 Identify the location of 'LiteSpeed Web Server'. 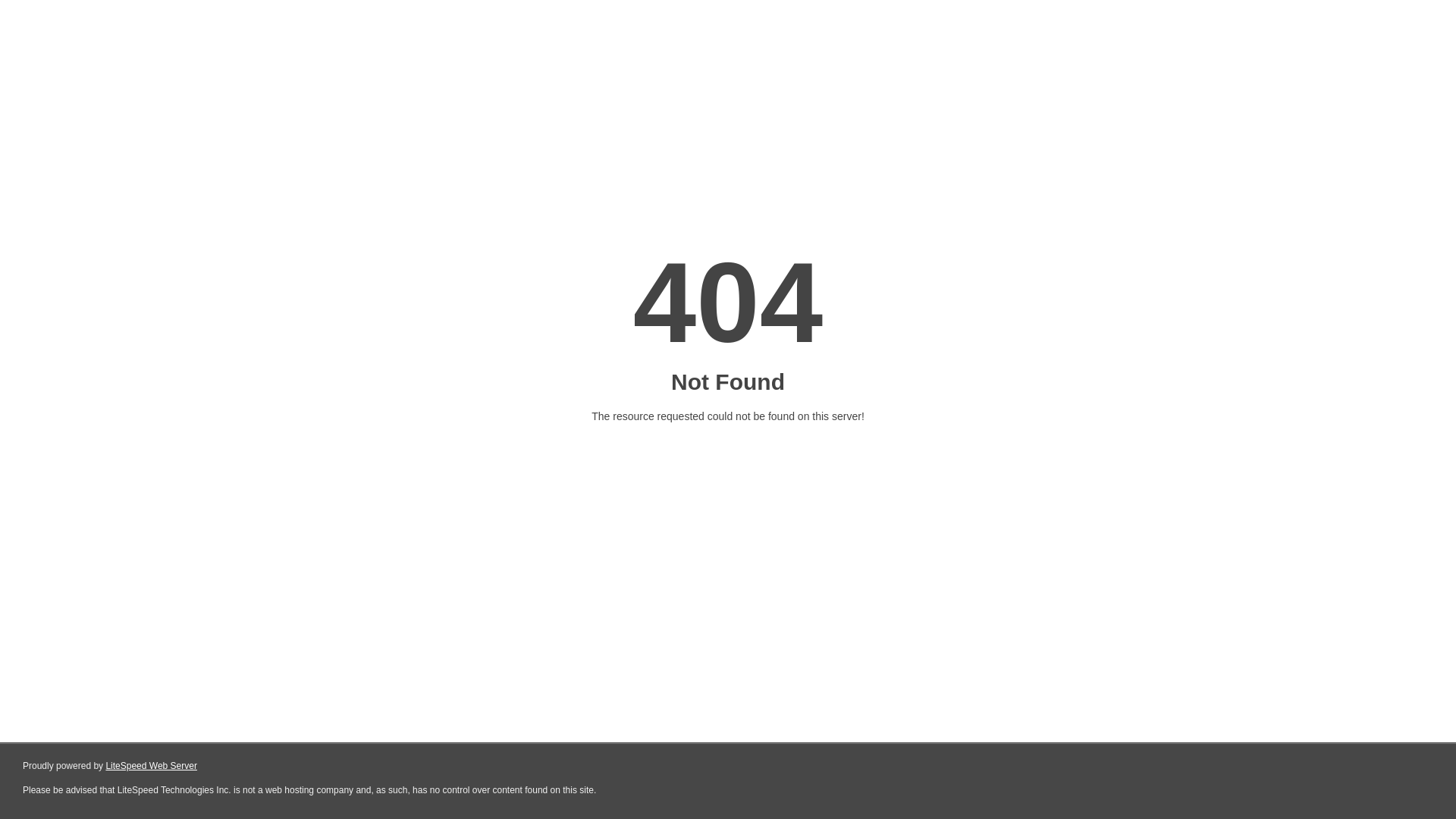
(151, 766).